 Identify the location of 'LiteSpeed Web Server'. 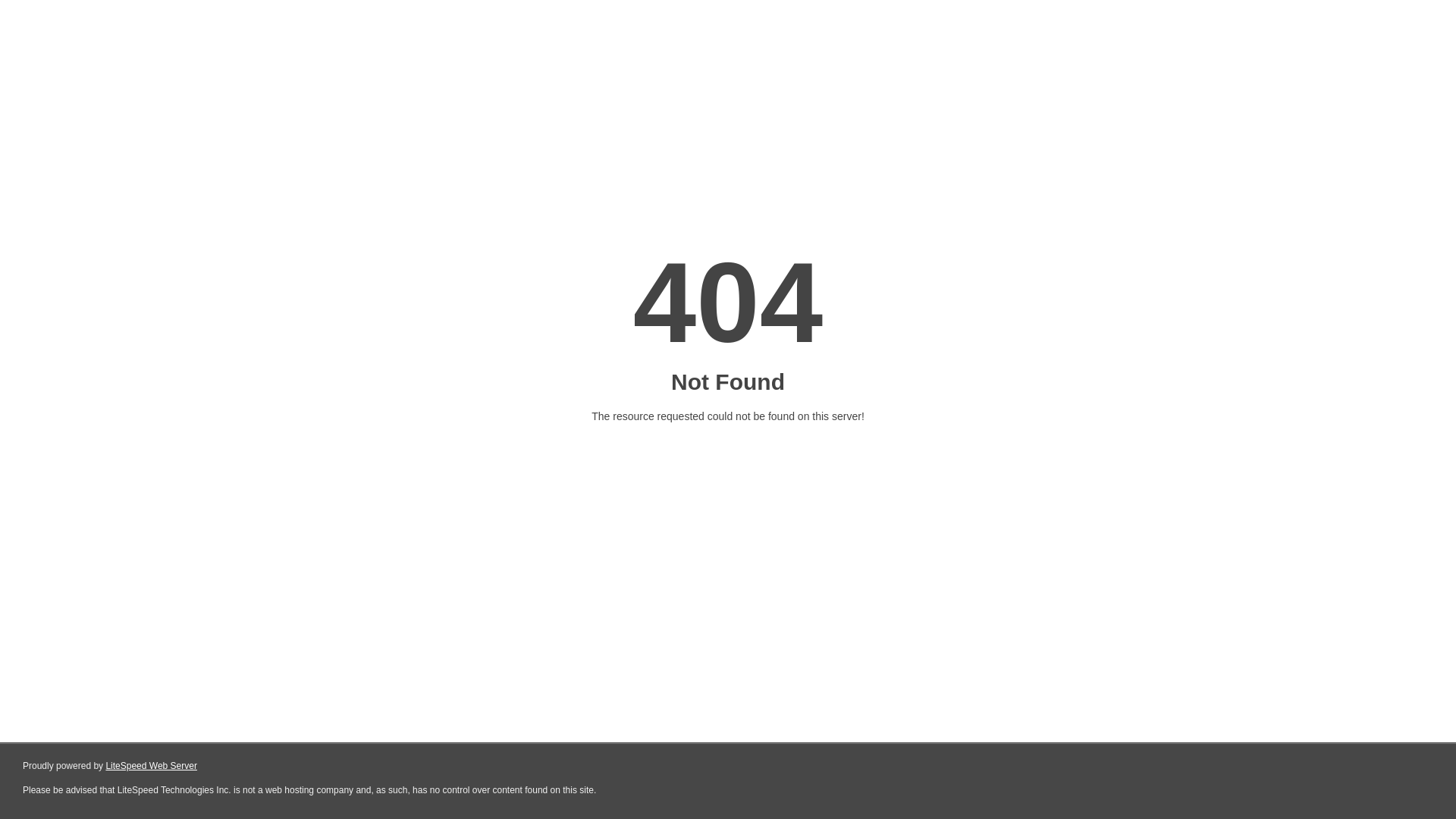
(151, 766).